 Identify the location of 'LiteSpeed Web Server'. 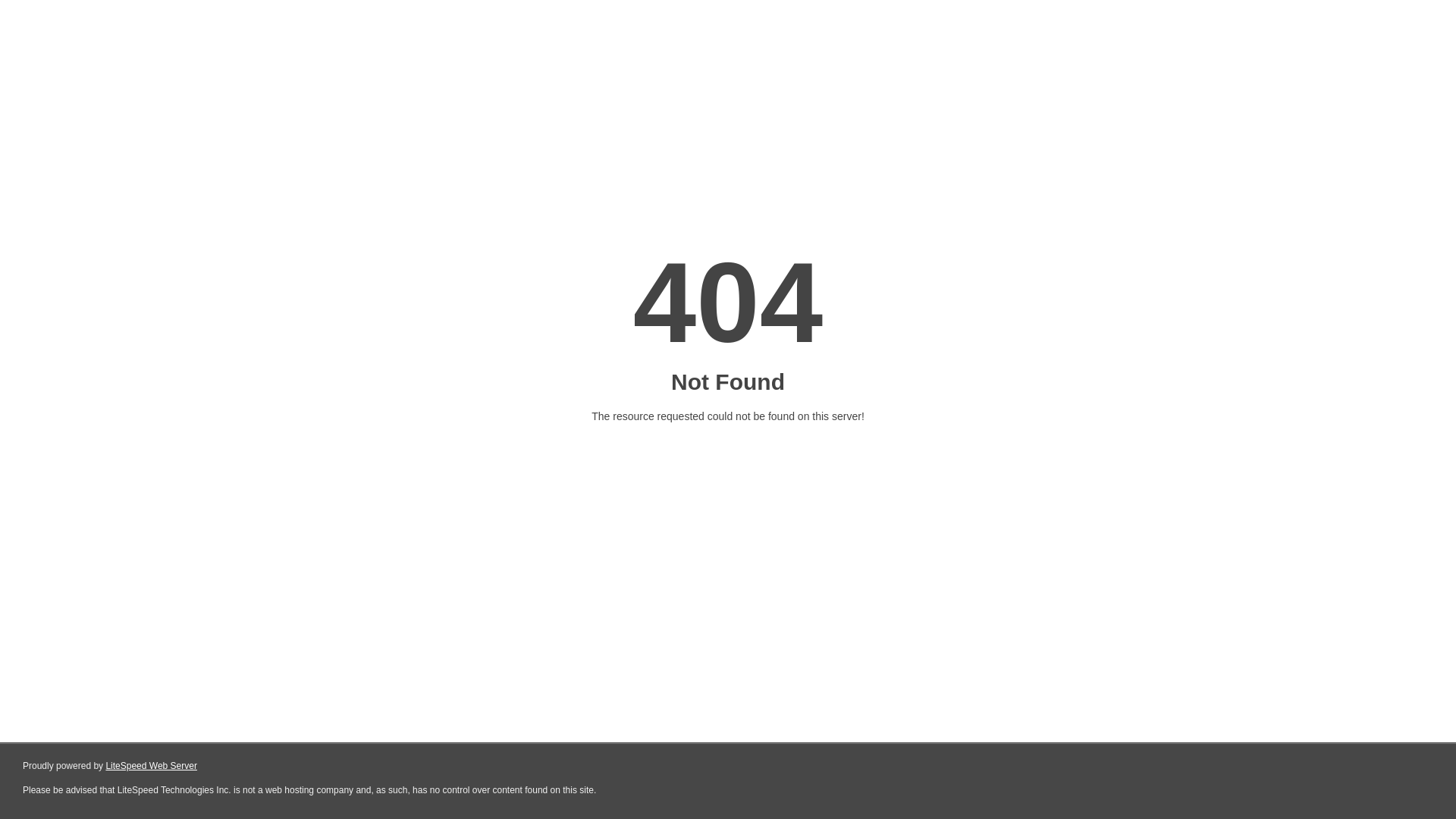
(151, 766).